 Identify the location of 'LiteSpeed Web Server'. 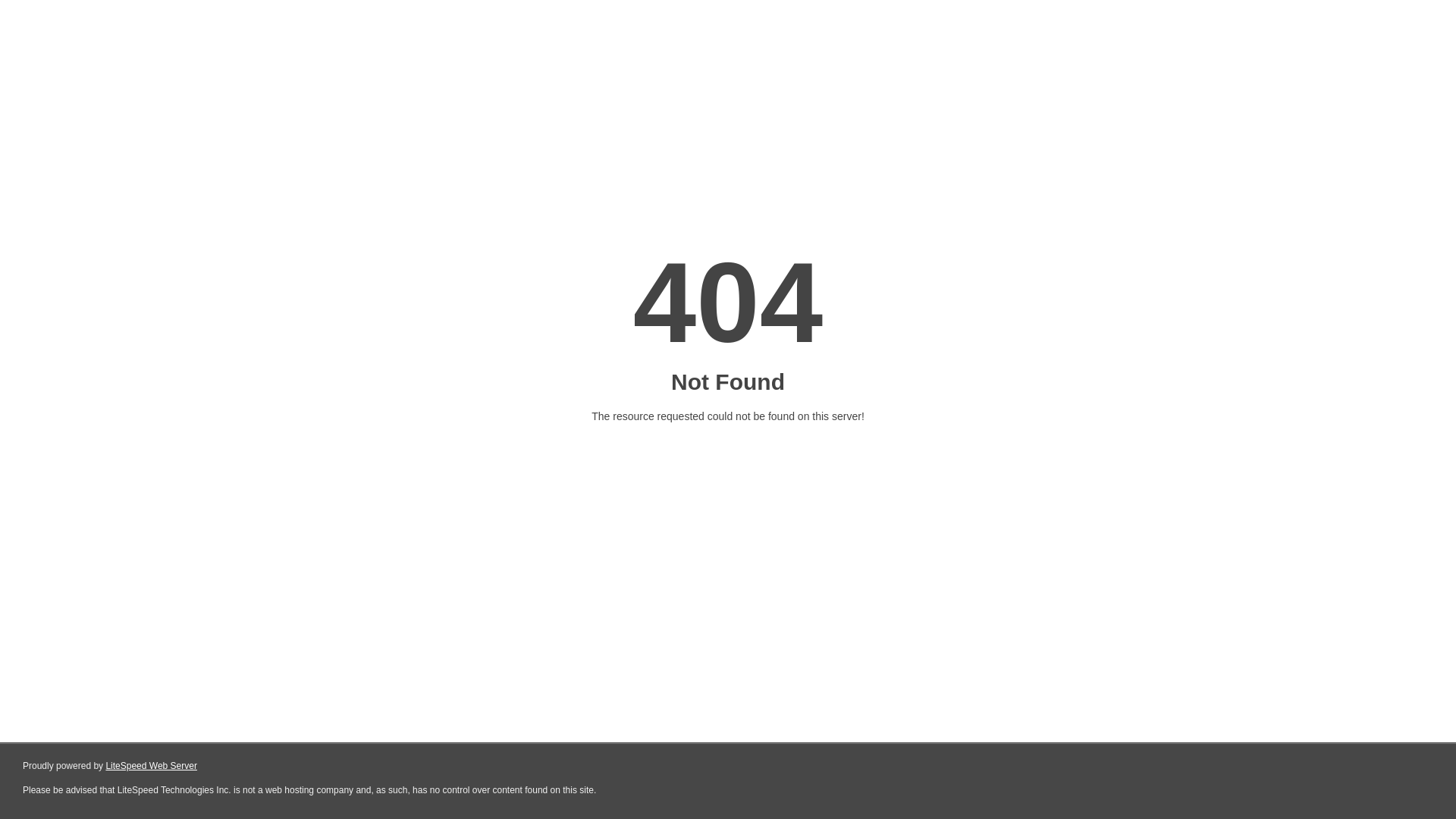
(151, 766).